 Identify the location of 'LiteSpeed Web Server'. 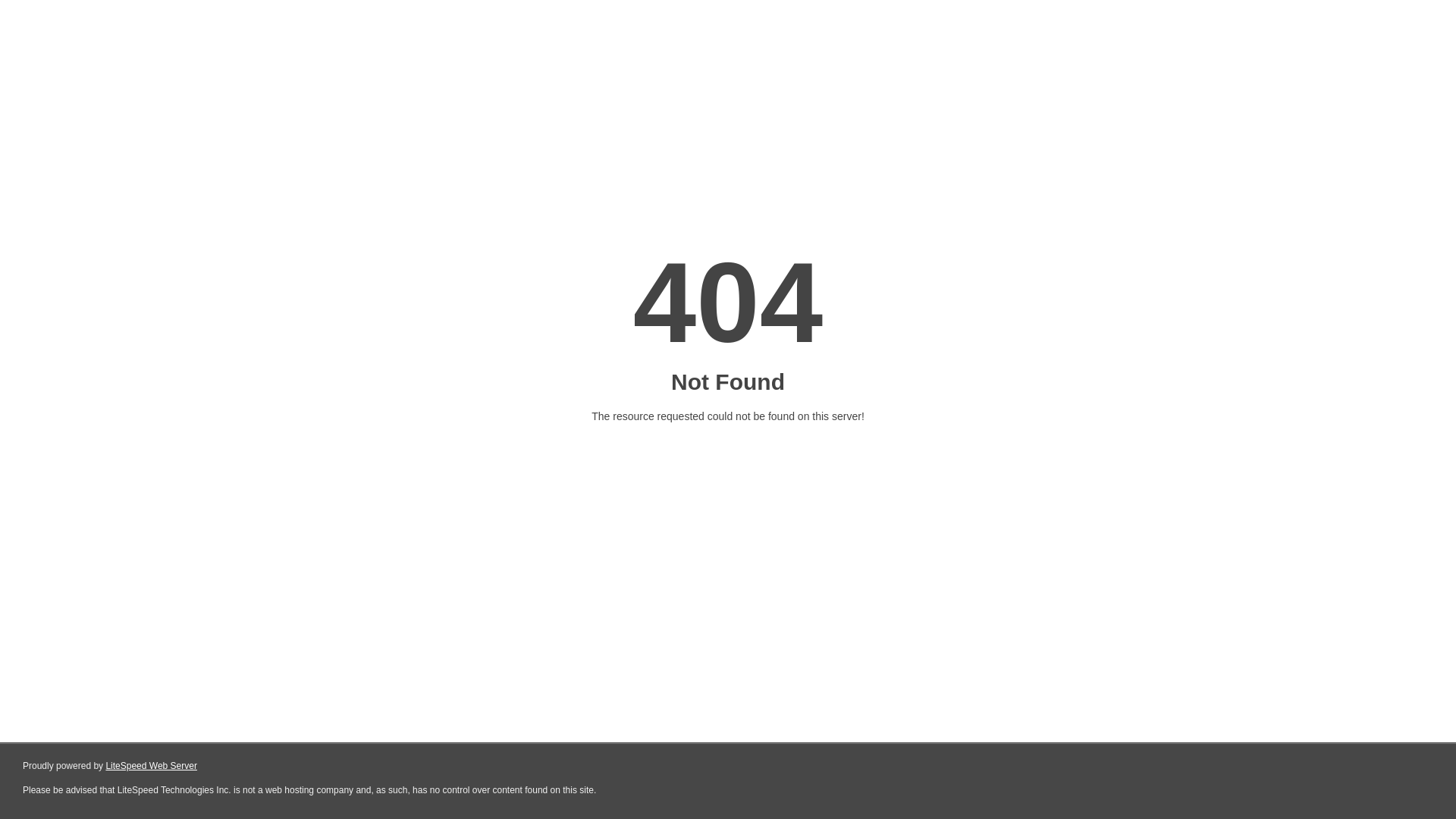
(151, 766).